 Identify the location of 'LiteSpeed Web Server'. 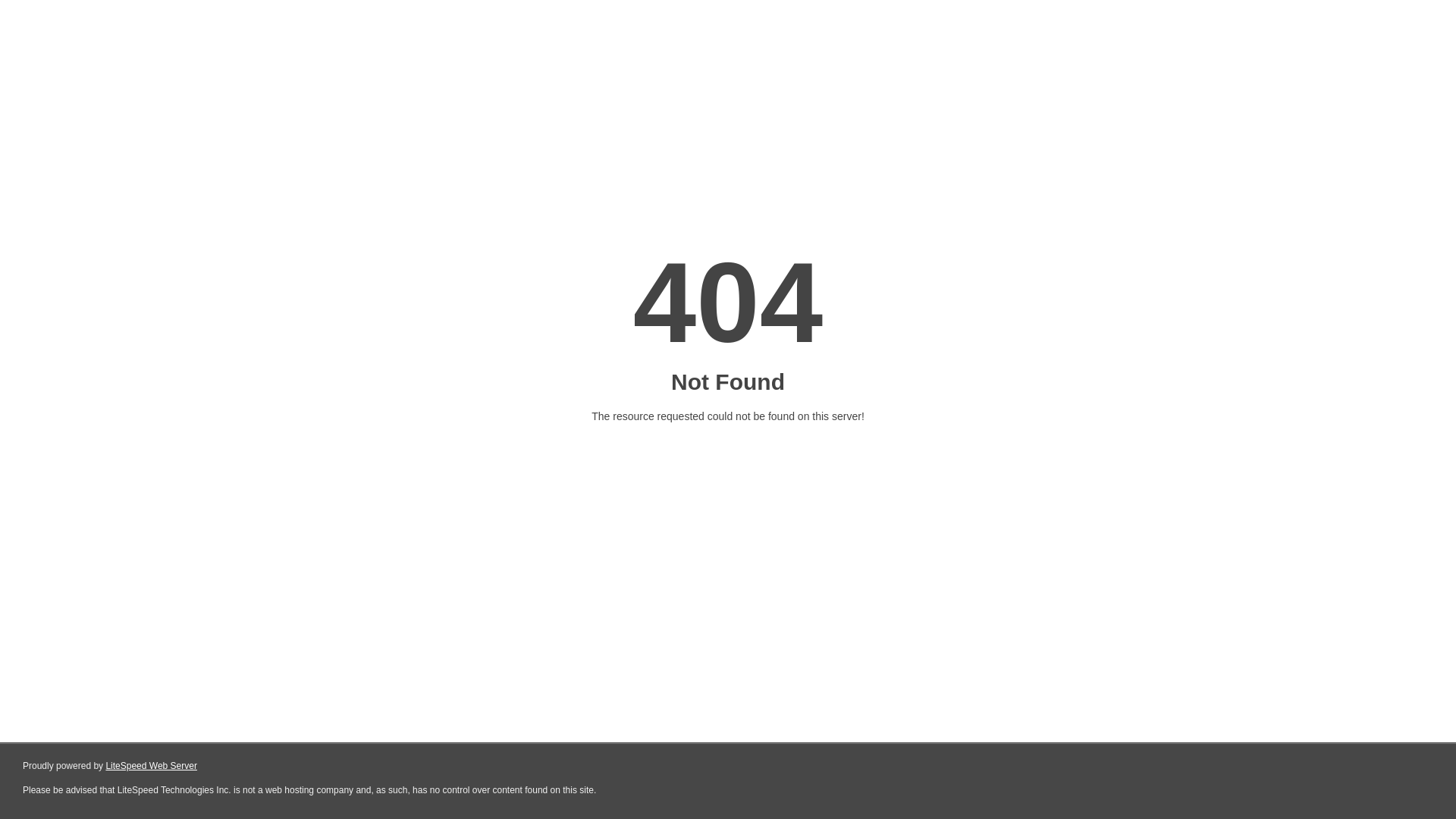
(151, 766).